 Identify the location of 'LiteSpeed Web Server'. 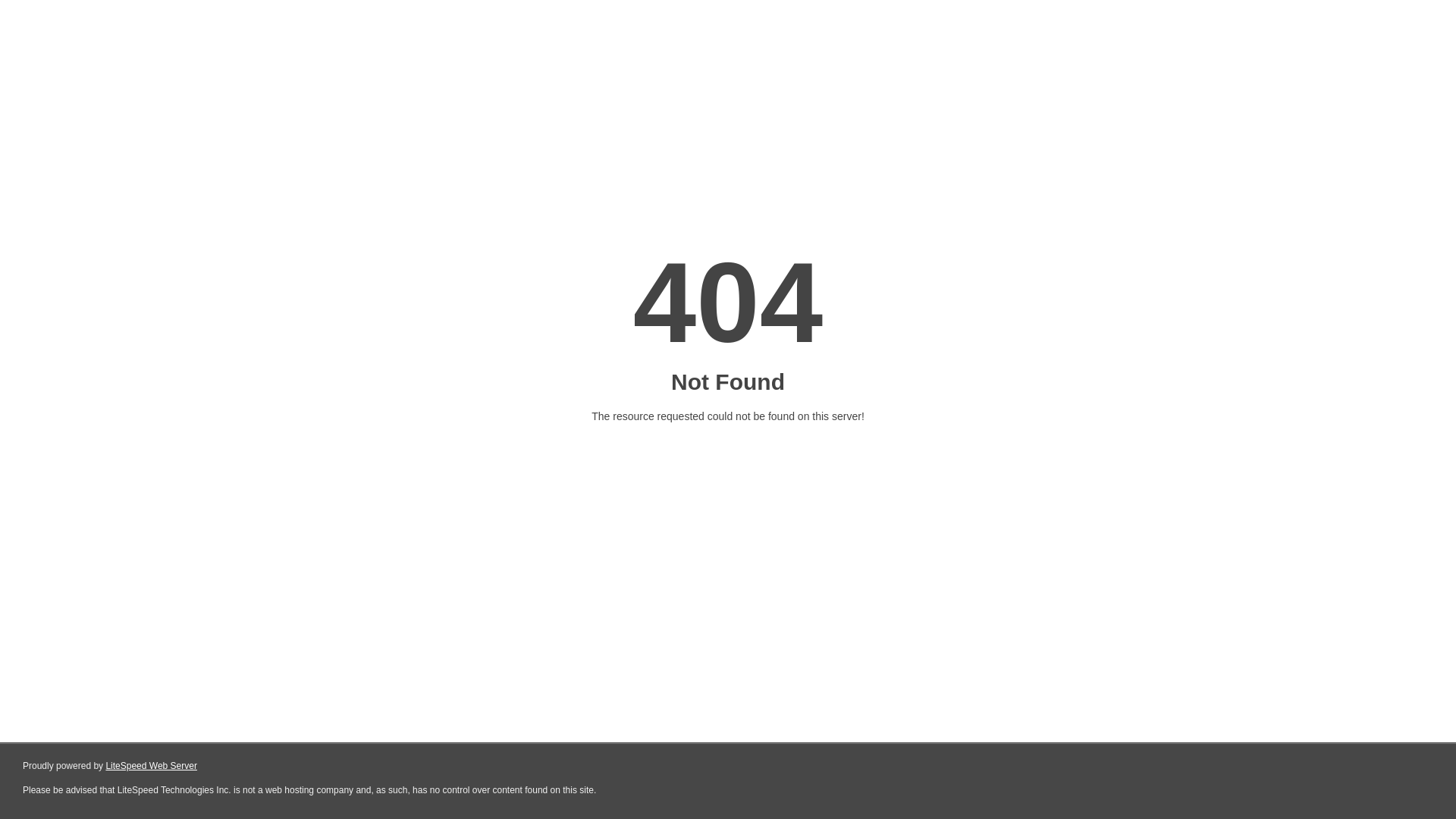
(151, 766).